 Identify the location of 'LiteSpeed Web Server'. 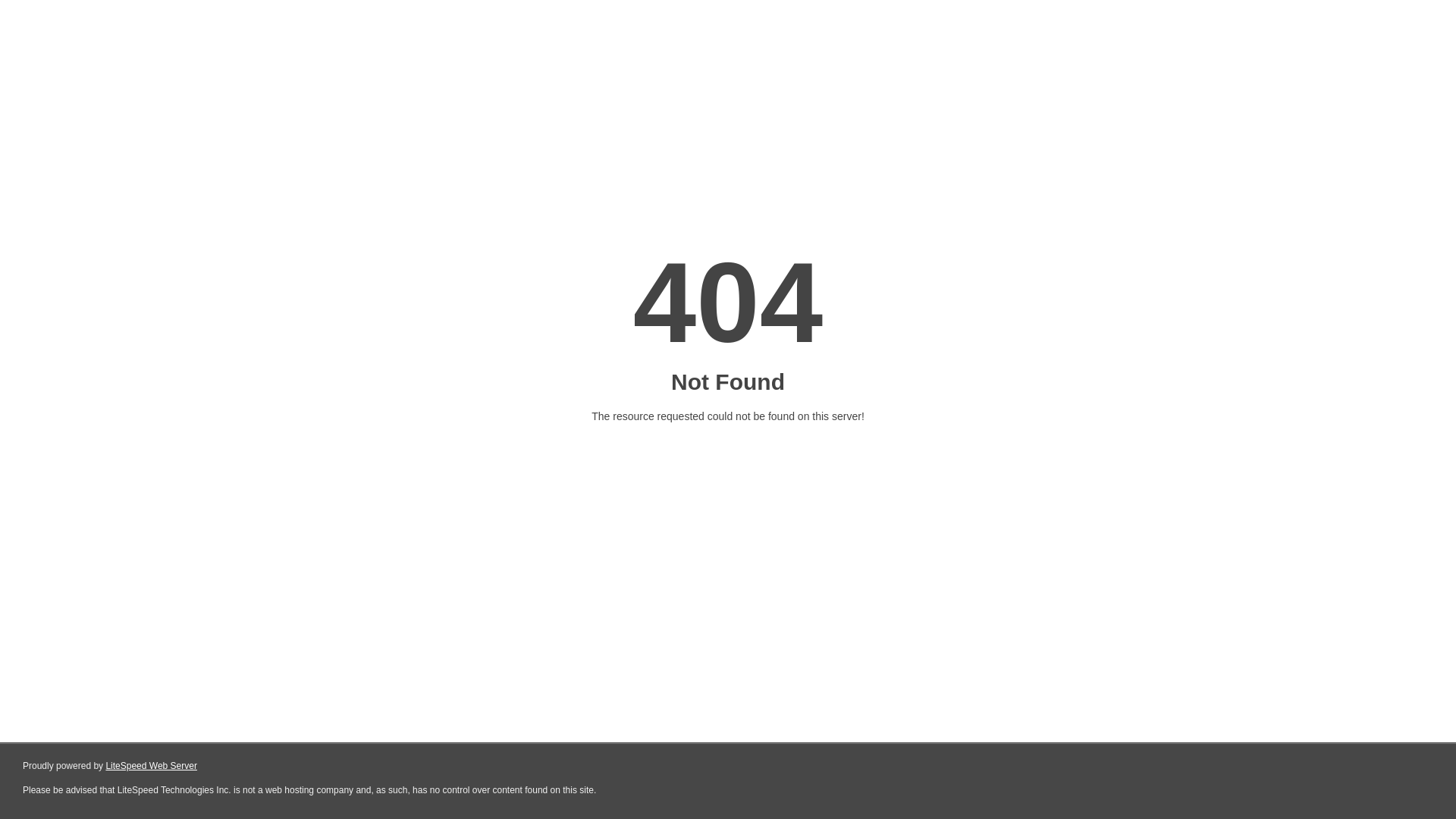
(151, 766).